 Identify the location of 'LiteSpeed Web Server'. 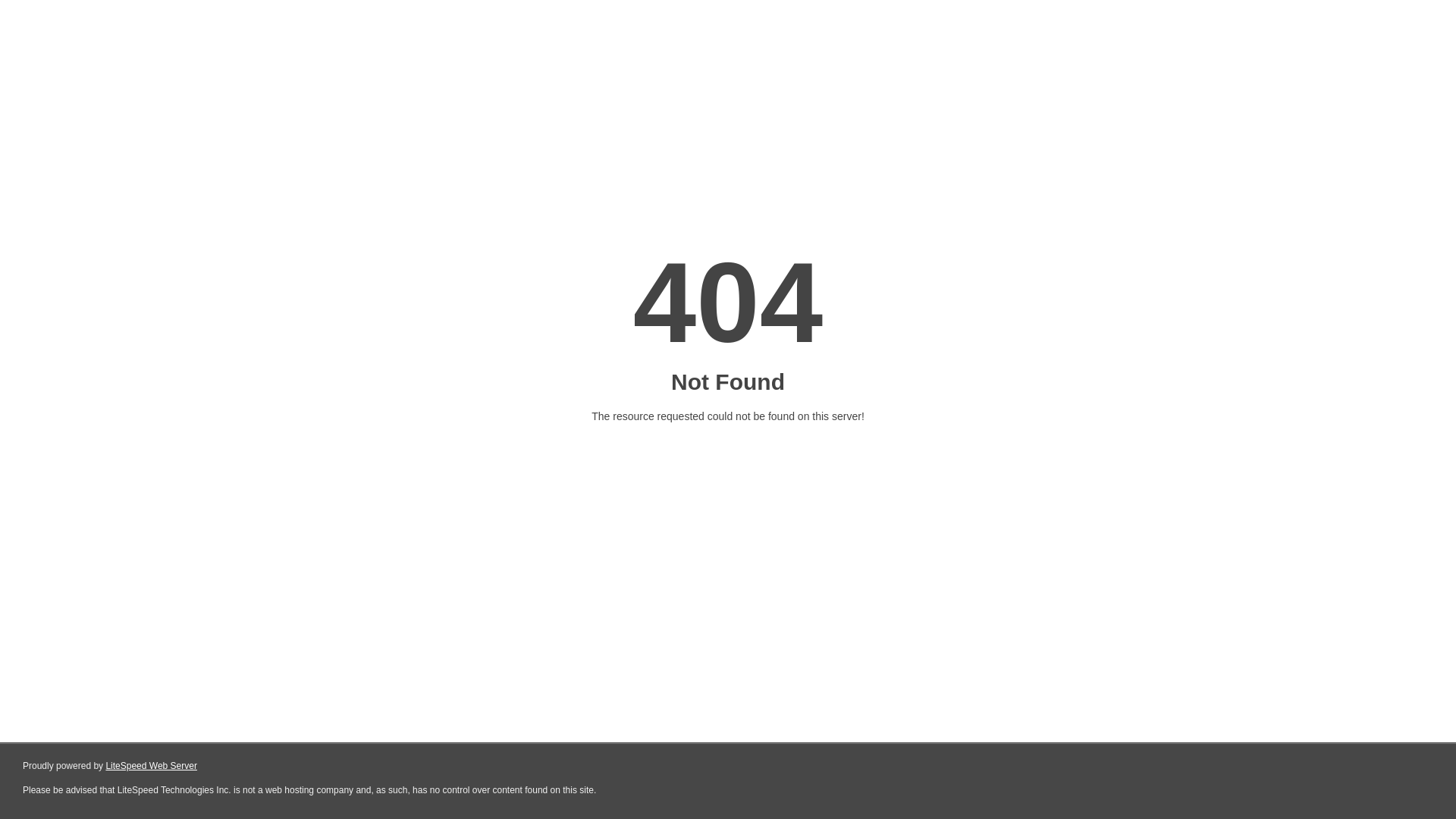
(151, 766).